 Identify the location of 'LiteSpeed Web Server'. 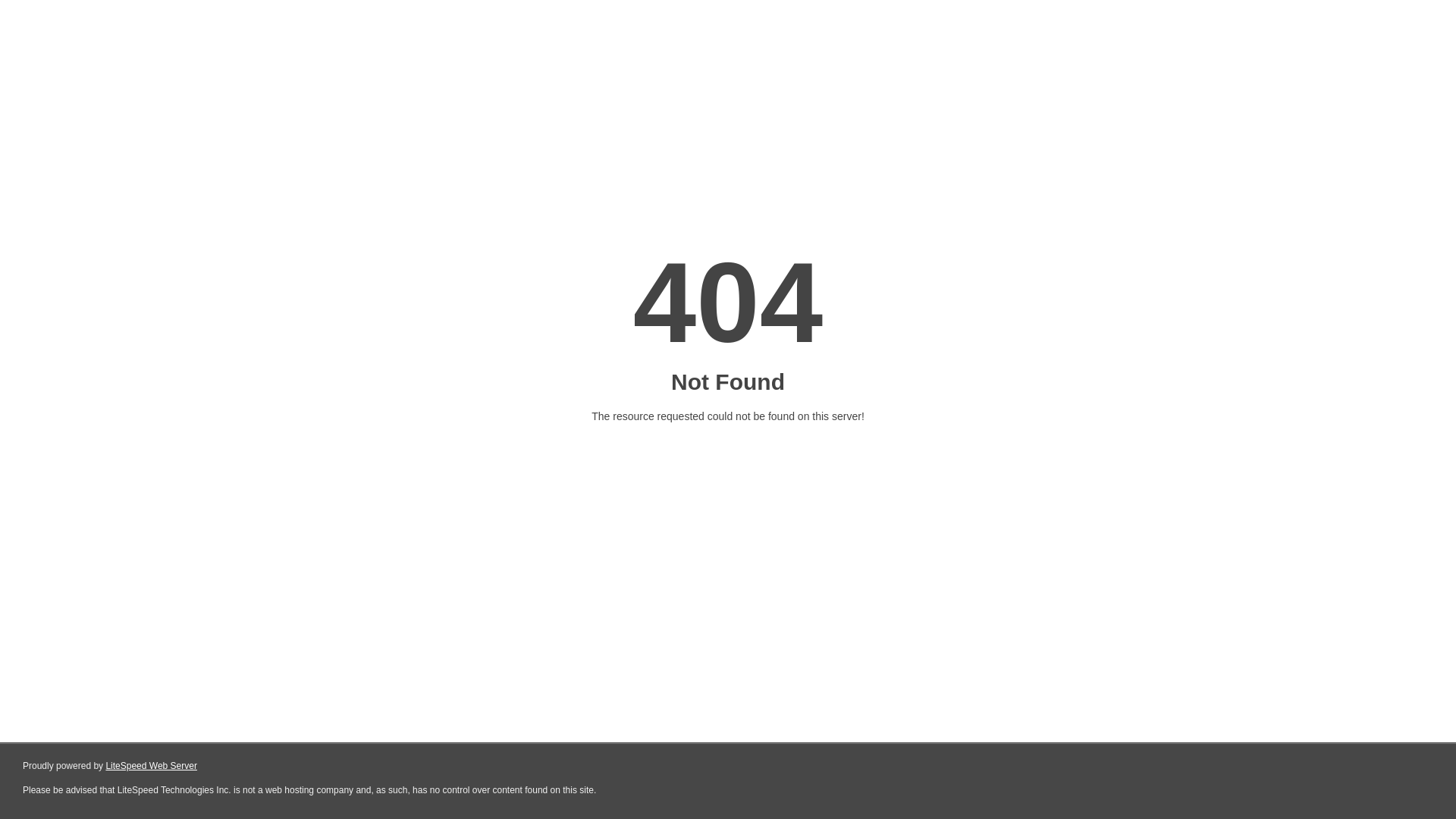
(151, 766).